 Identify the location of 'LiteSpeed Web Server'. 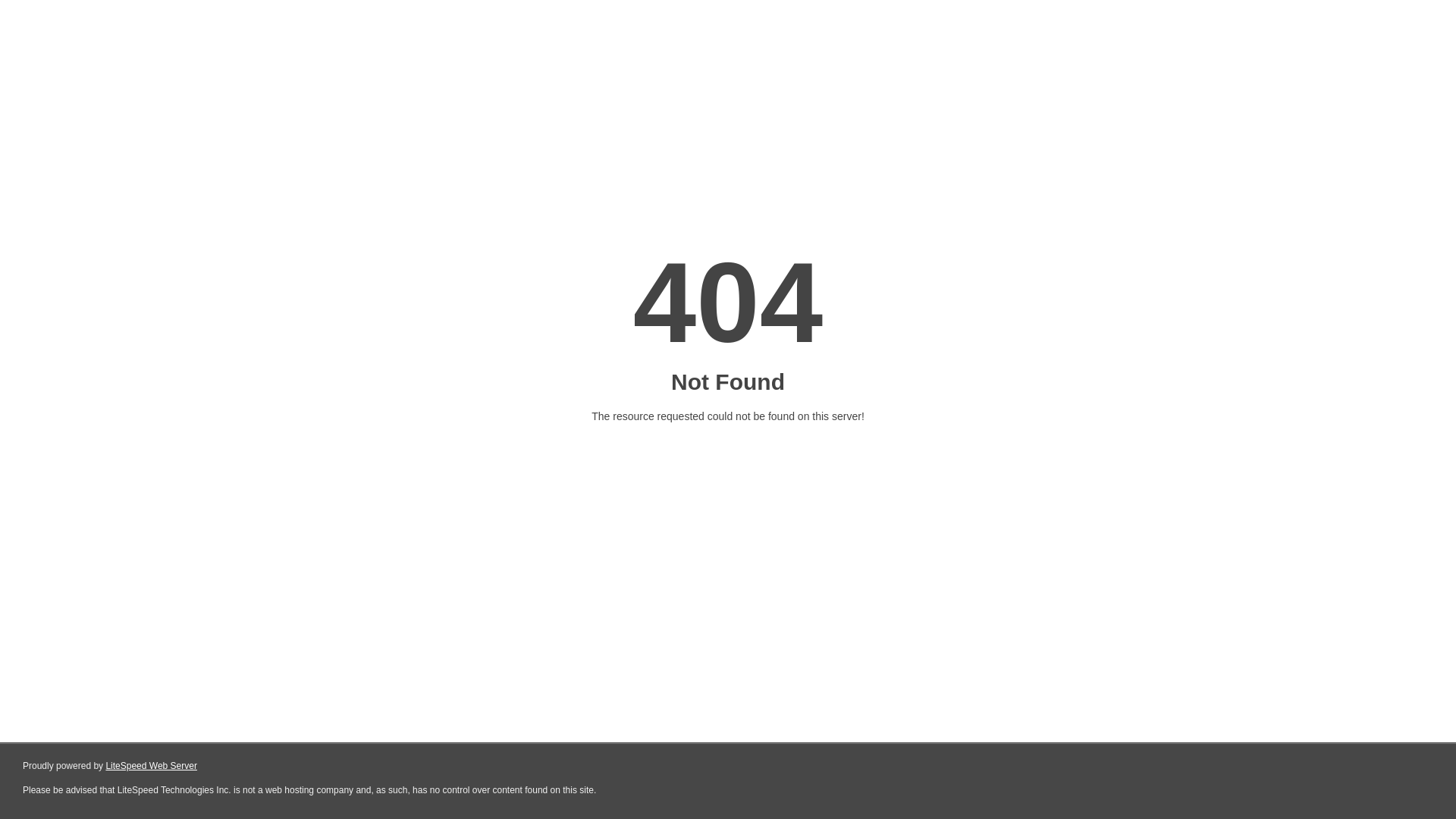
(151, 766).